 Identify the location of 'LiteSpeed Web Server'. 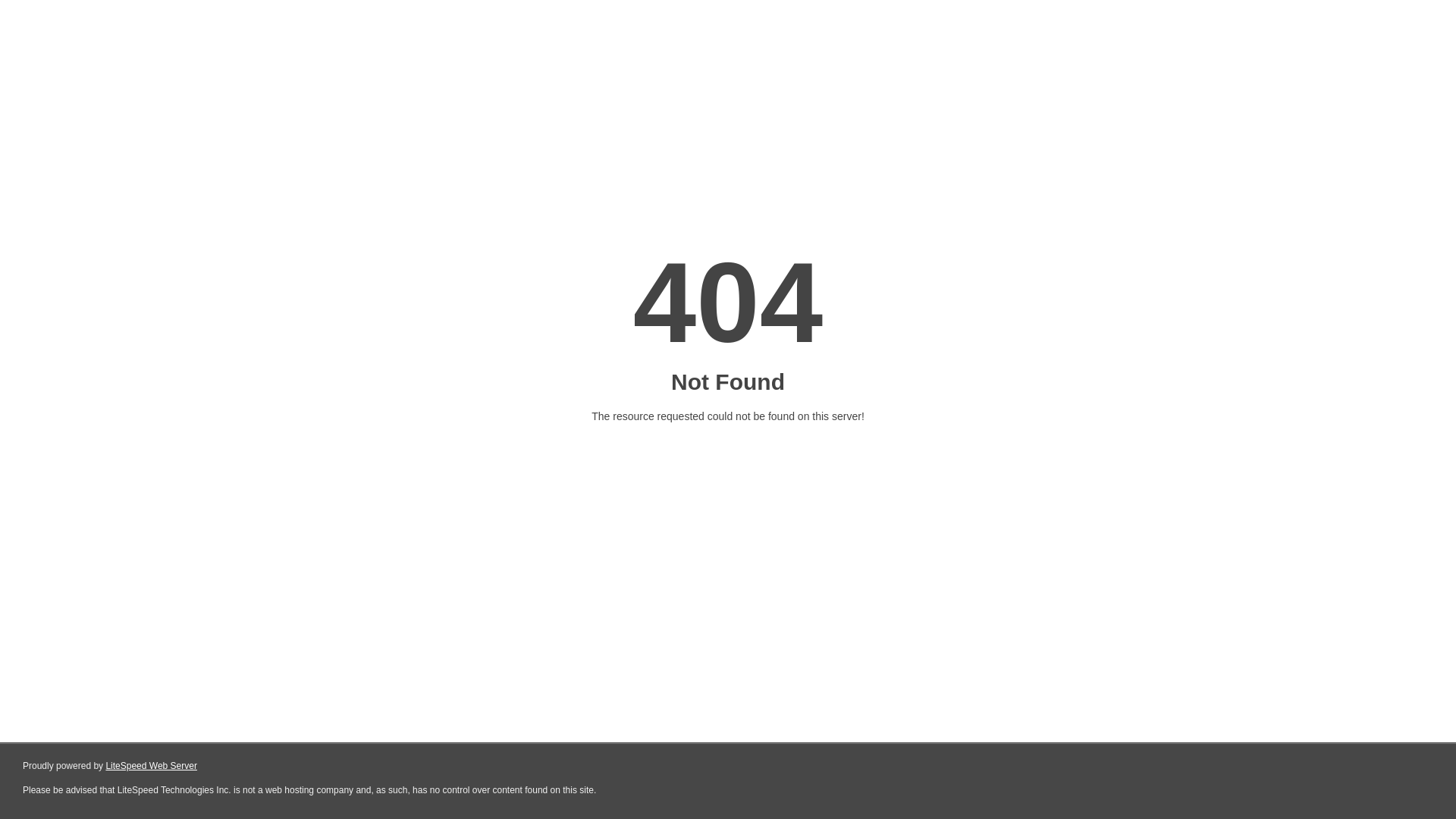
(151, 766).